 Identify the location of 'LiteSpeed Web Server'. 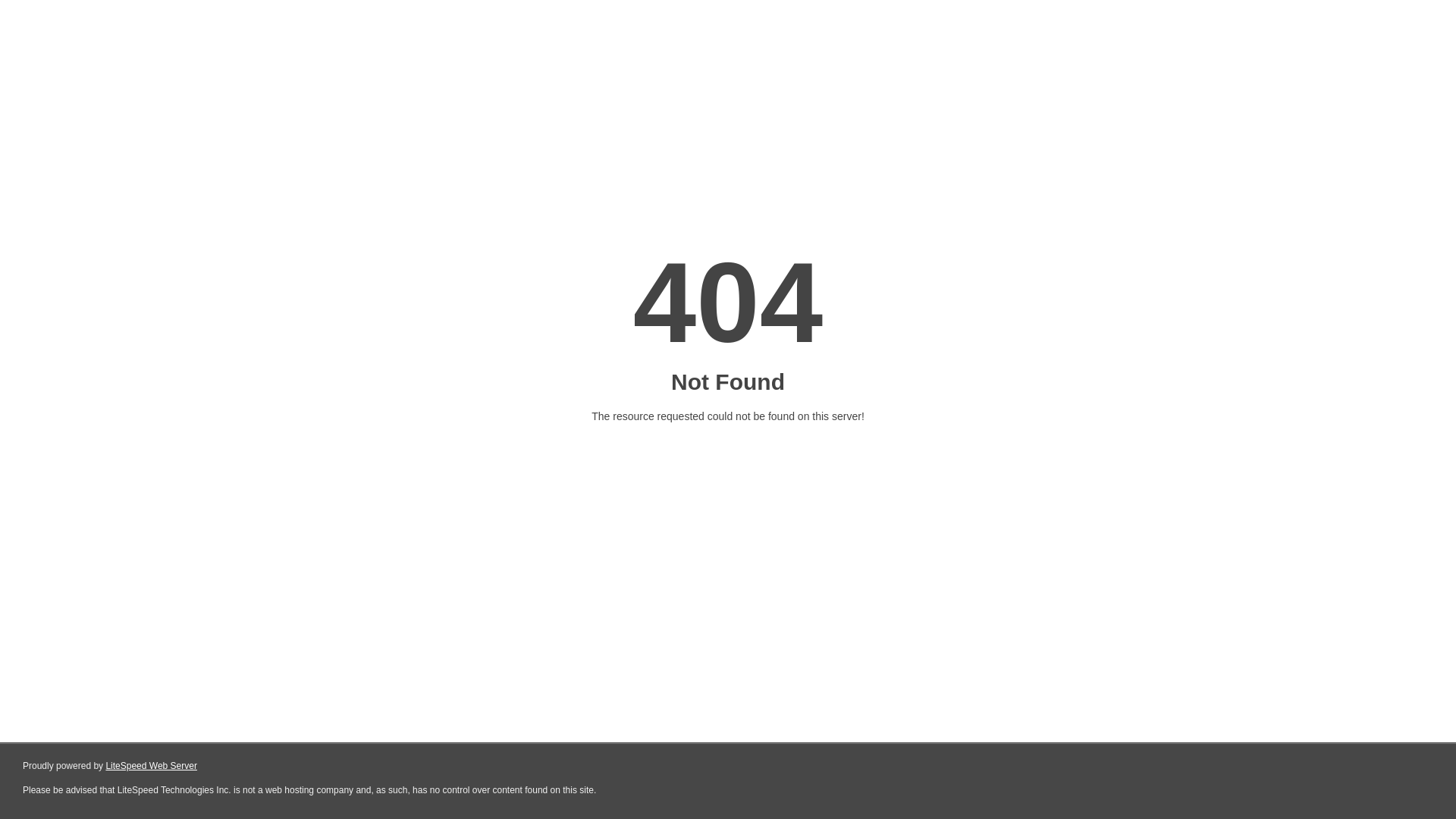
(151, 766).